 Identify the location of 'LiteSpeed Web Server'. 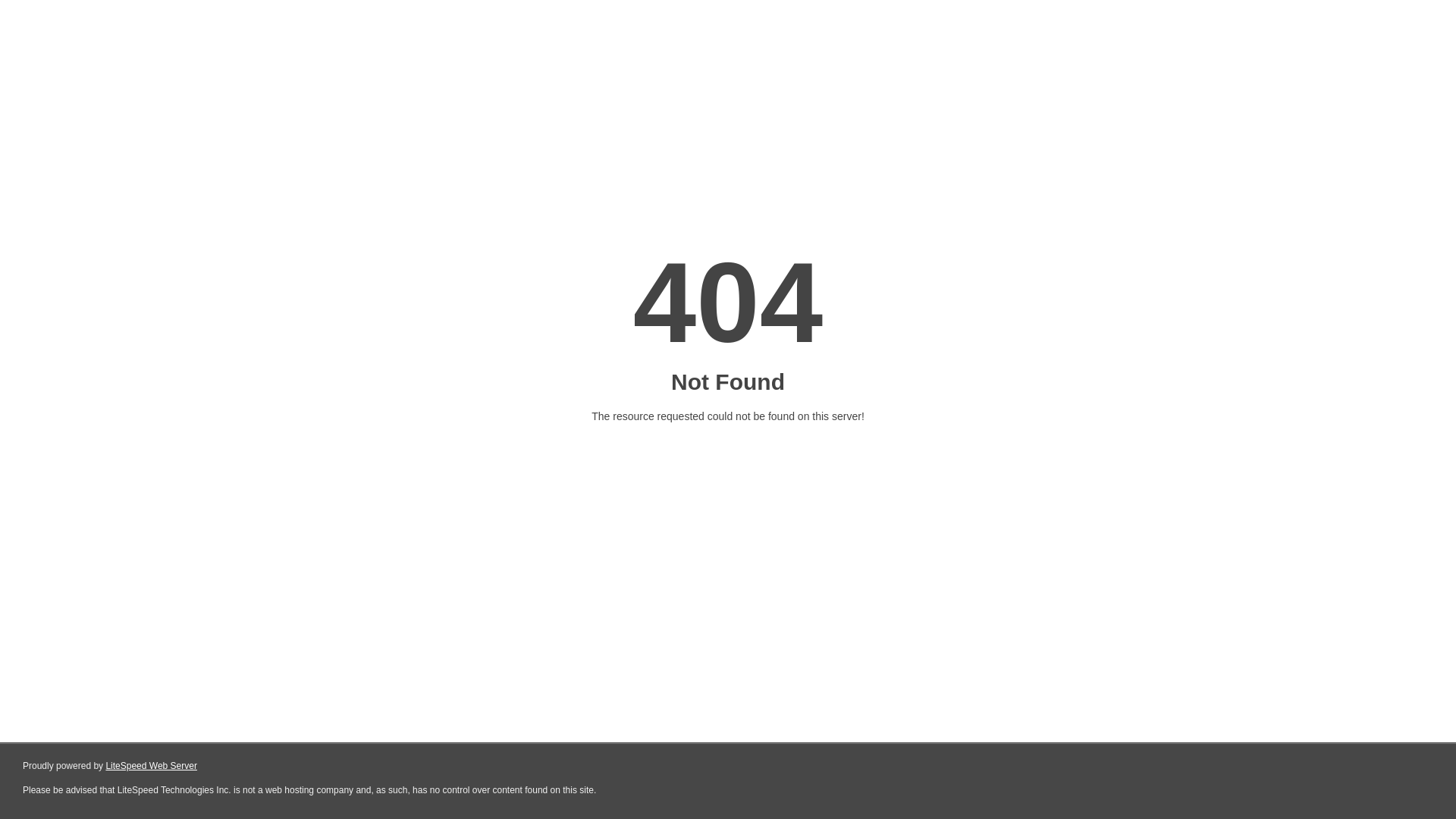
(151, 766).